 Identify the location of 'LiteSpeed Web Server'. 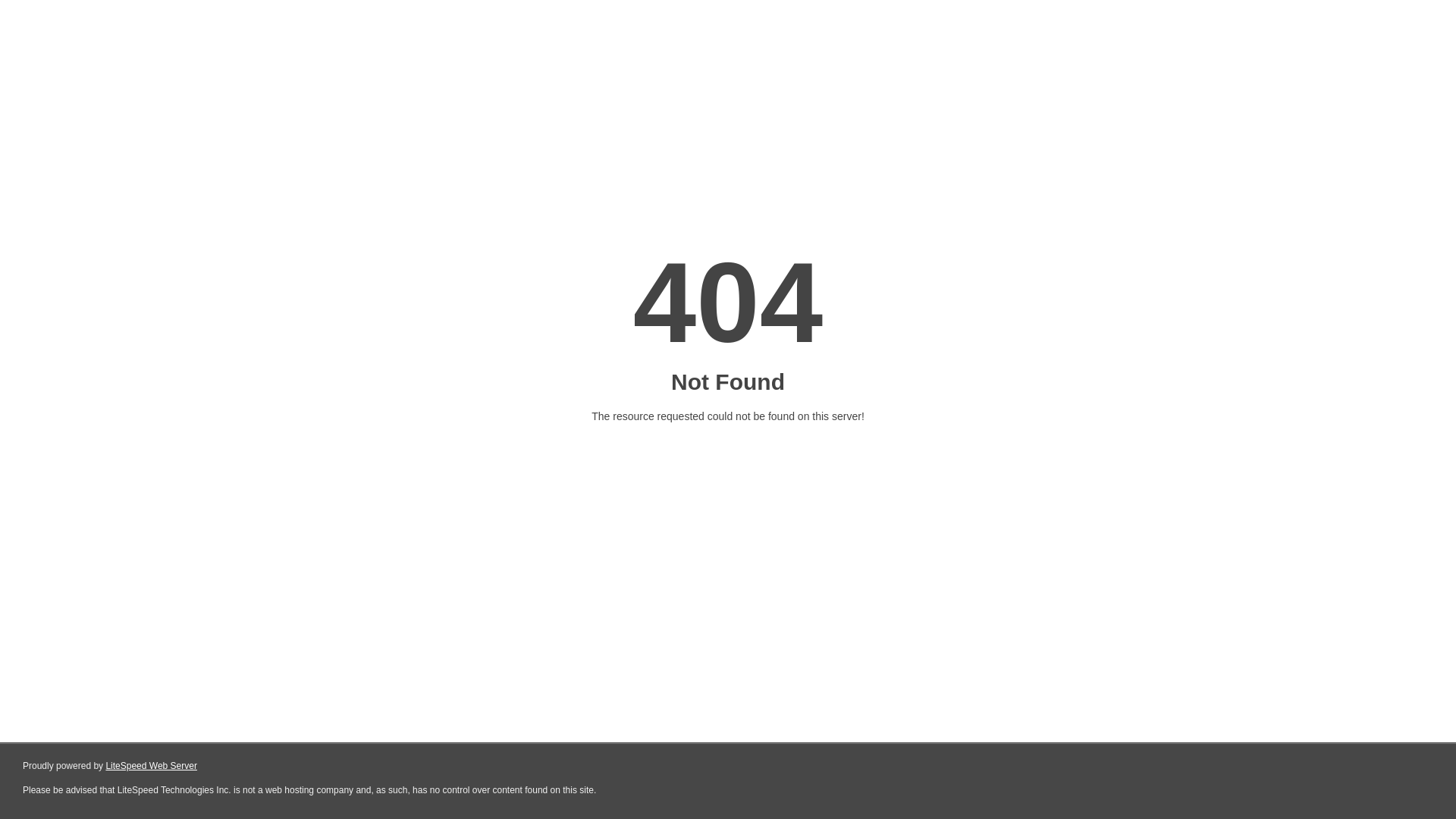
(151, 766).